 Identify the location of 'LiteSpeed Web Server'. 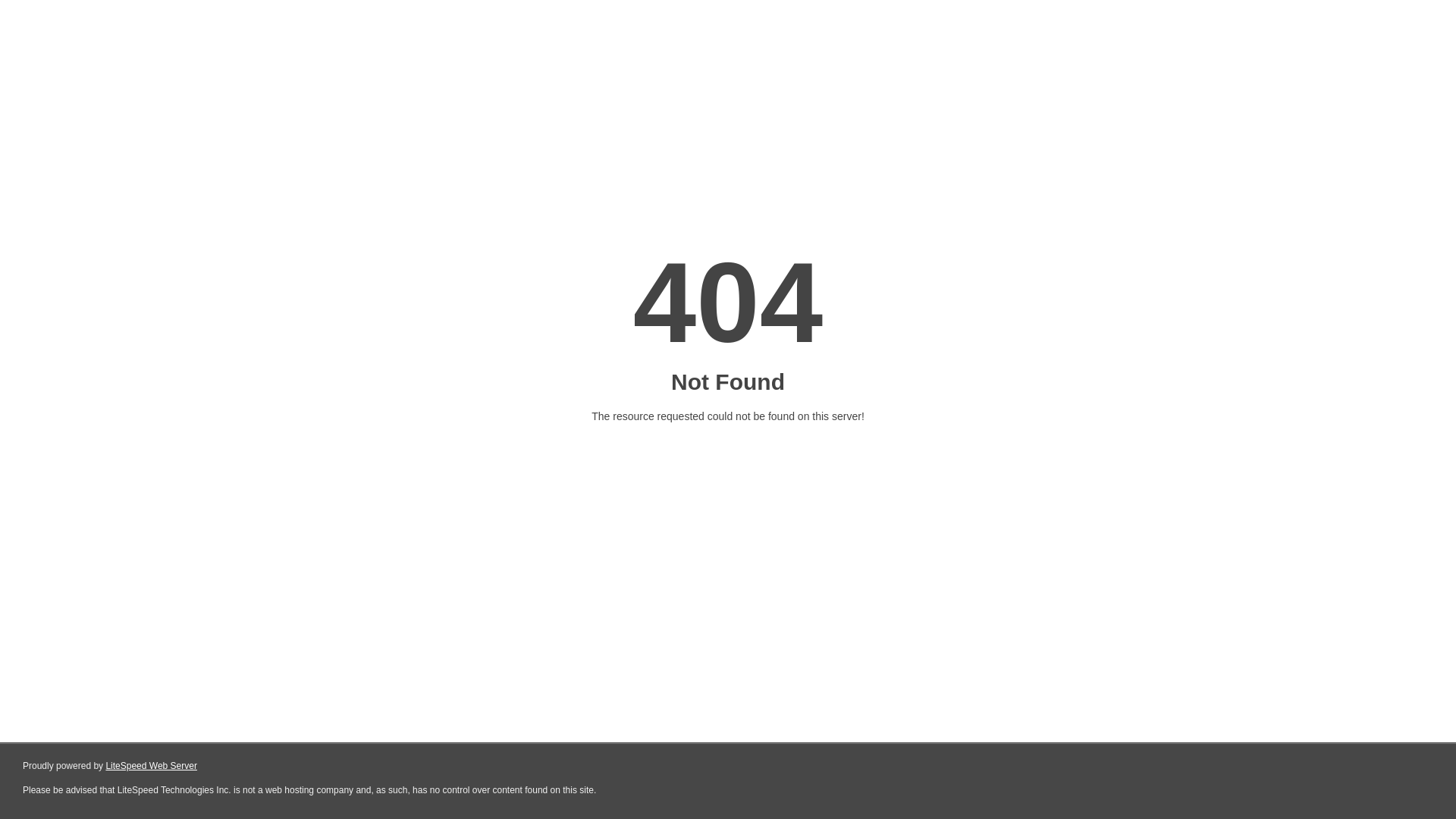
(151, 766).